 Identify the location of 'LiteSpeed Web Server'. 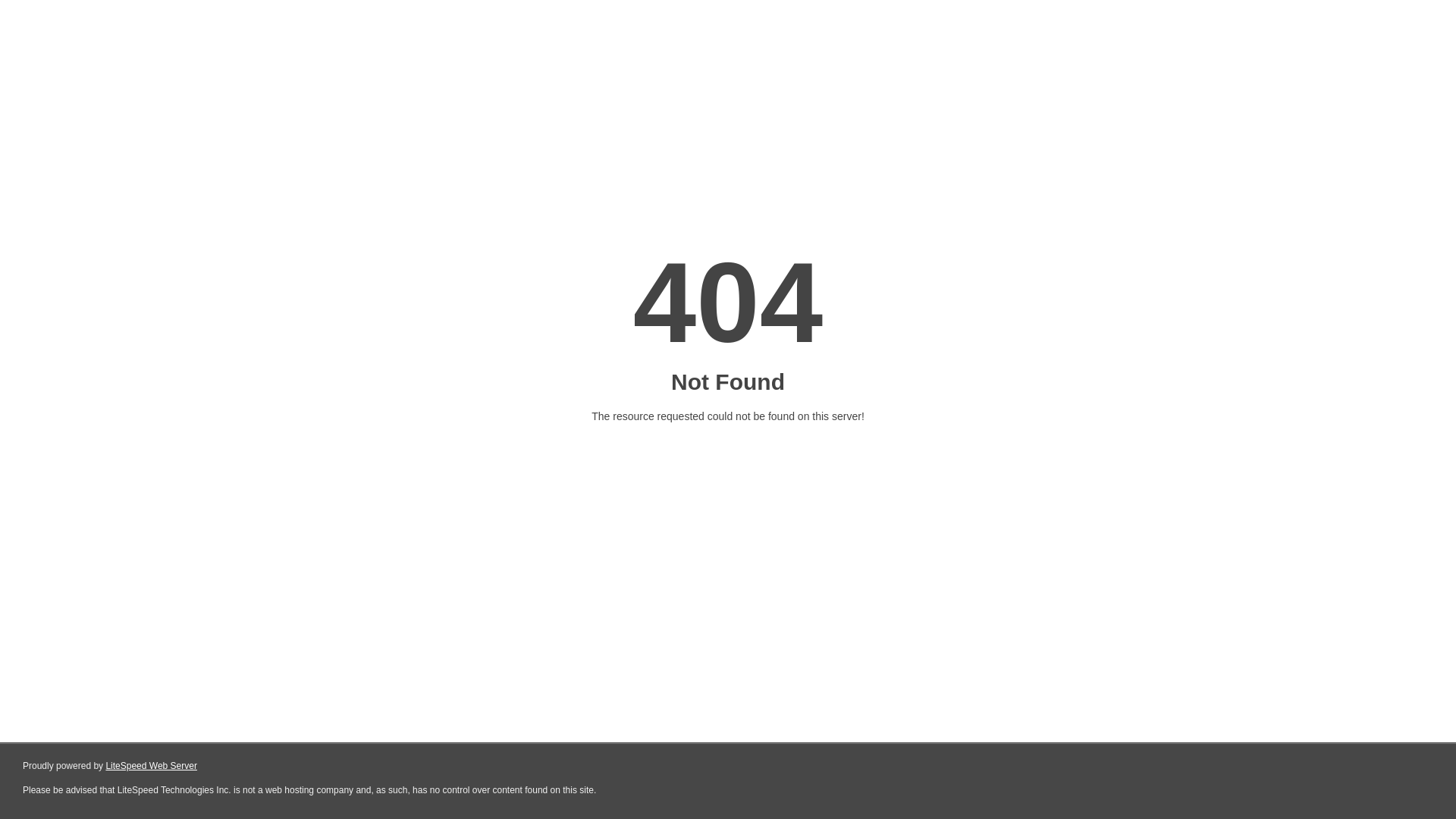
(151, 766).